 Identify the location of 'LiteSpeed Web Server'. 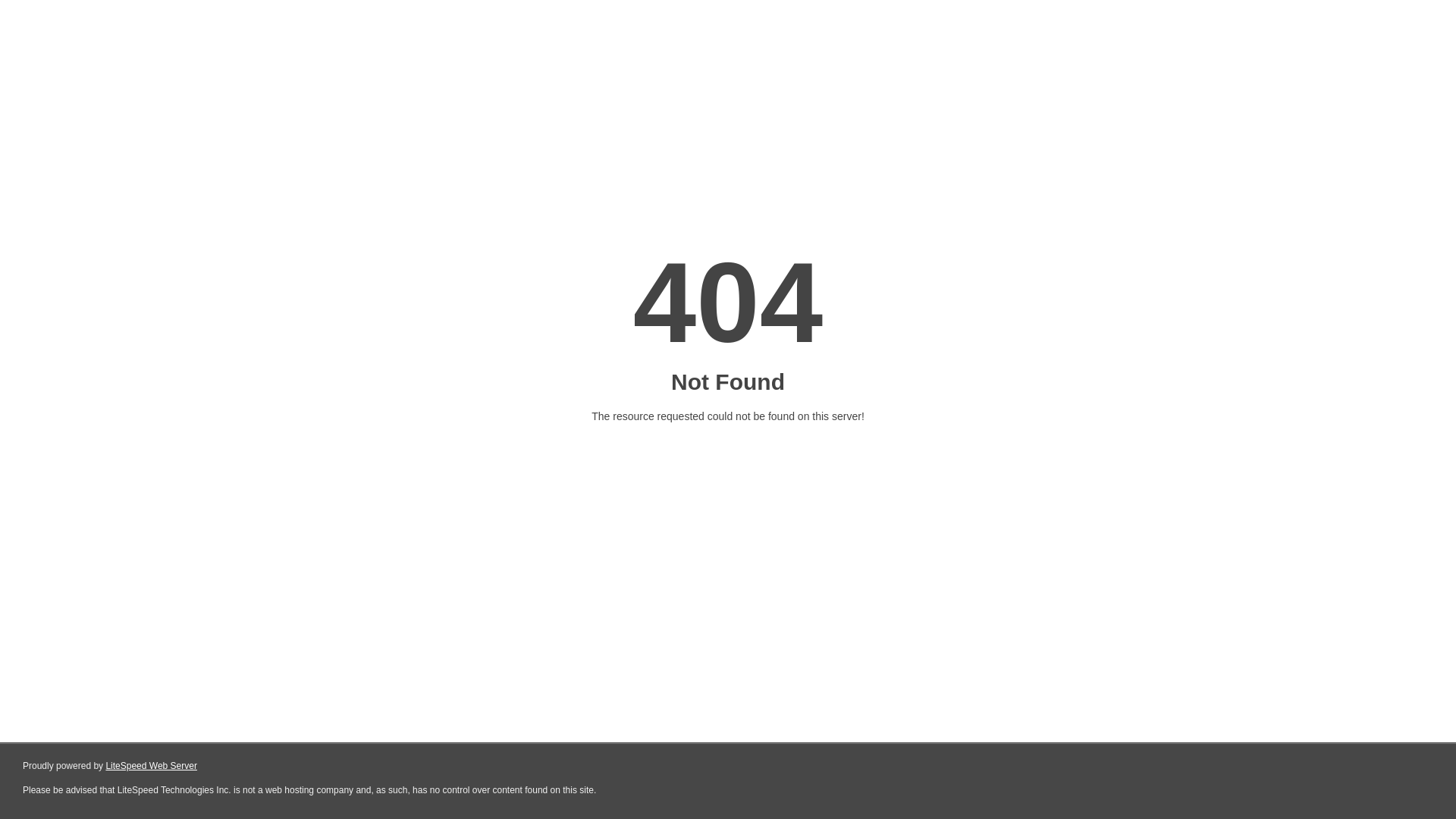
(151, 766).